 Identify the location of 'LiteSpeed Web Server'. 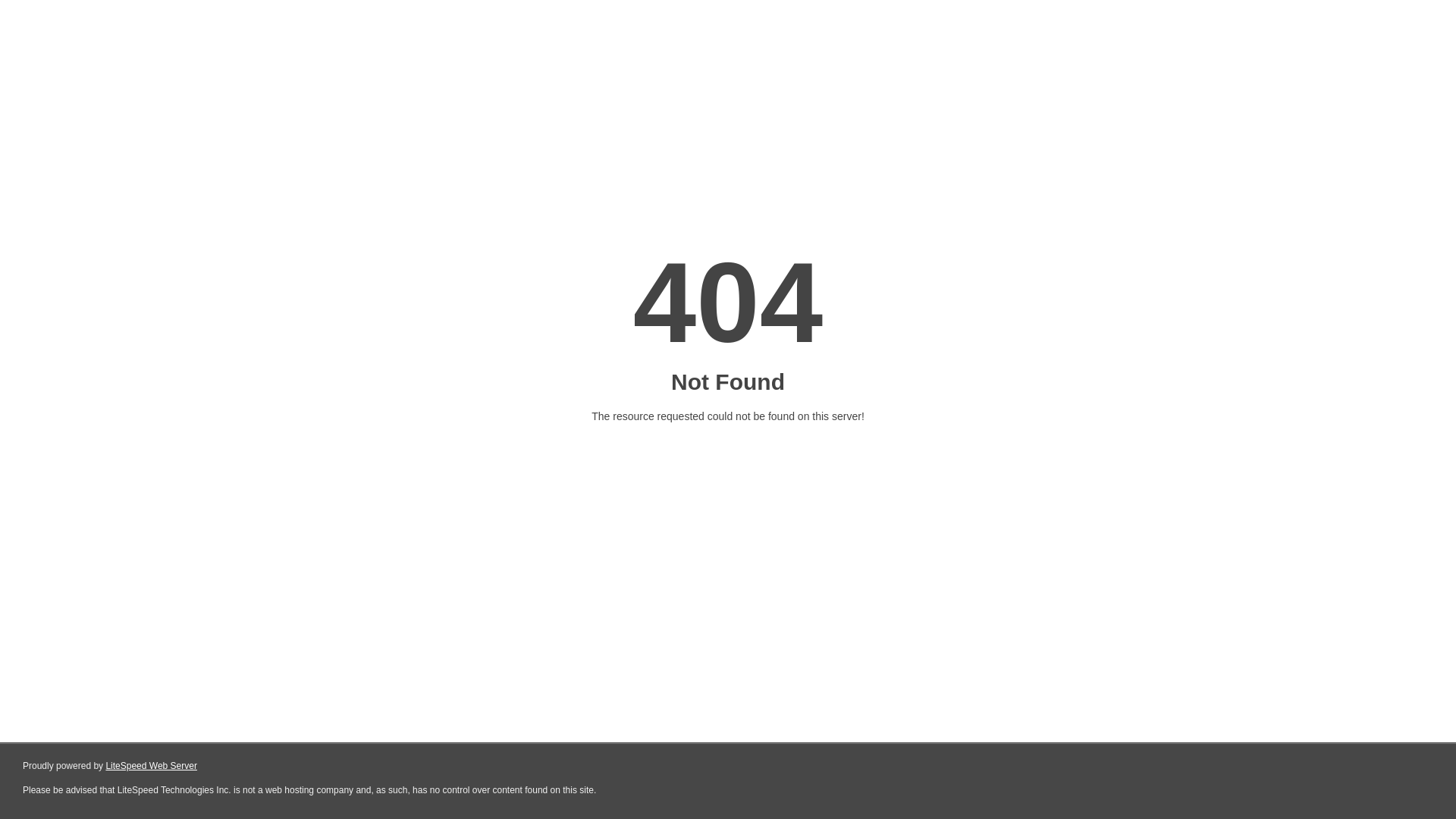
(151, 766).